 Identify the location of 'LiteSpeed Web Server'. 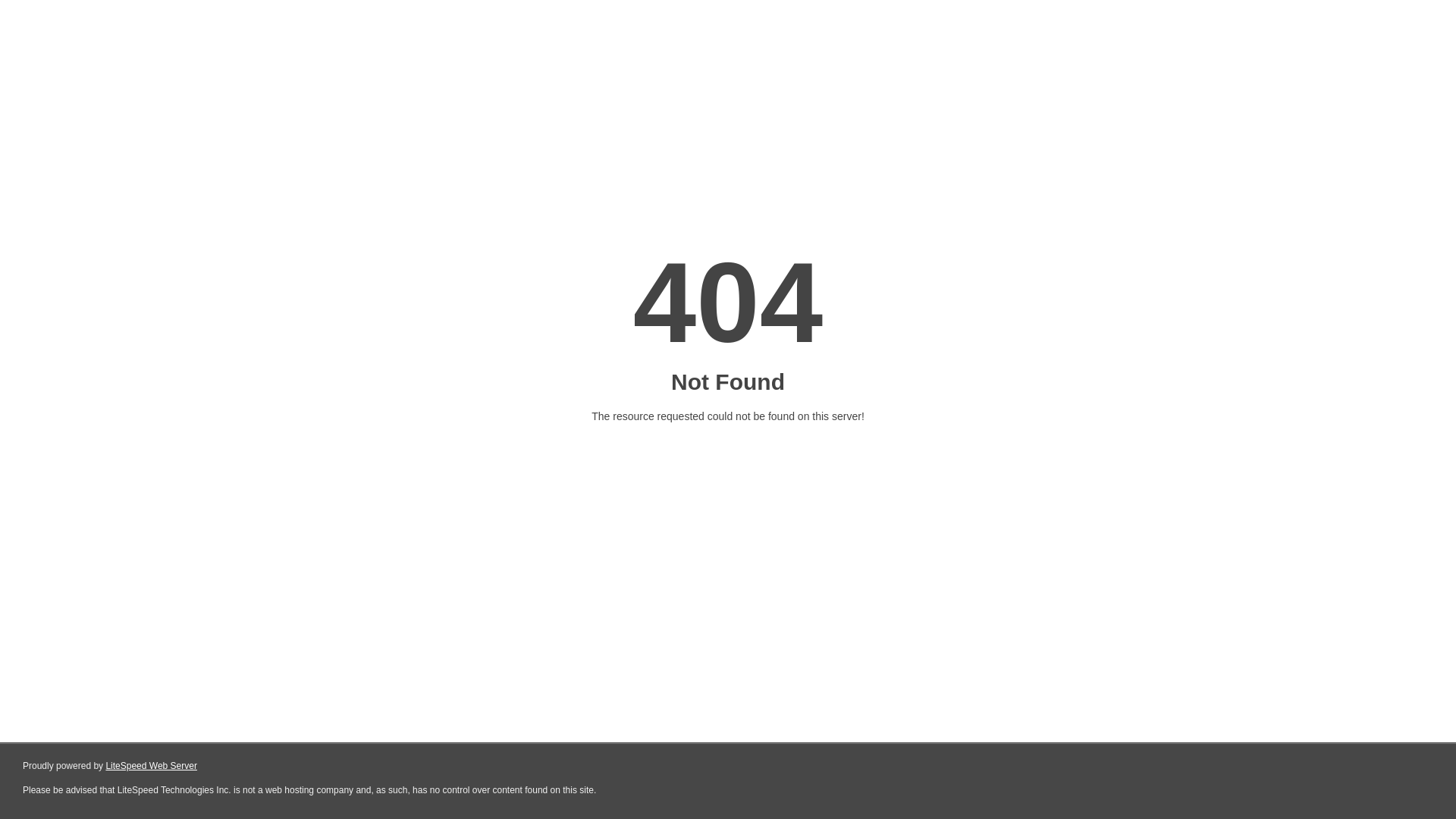
(151, 766).